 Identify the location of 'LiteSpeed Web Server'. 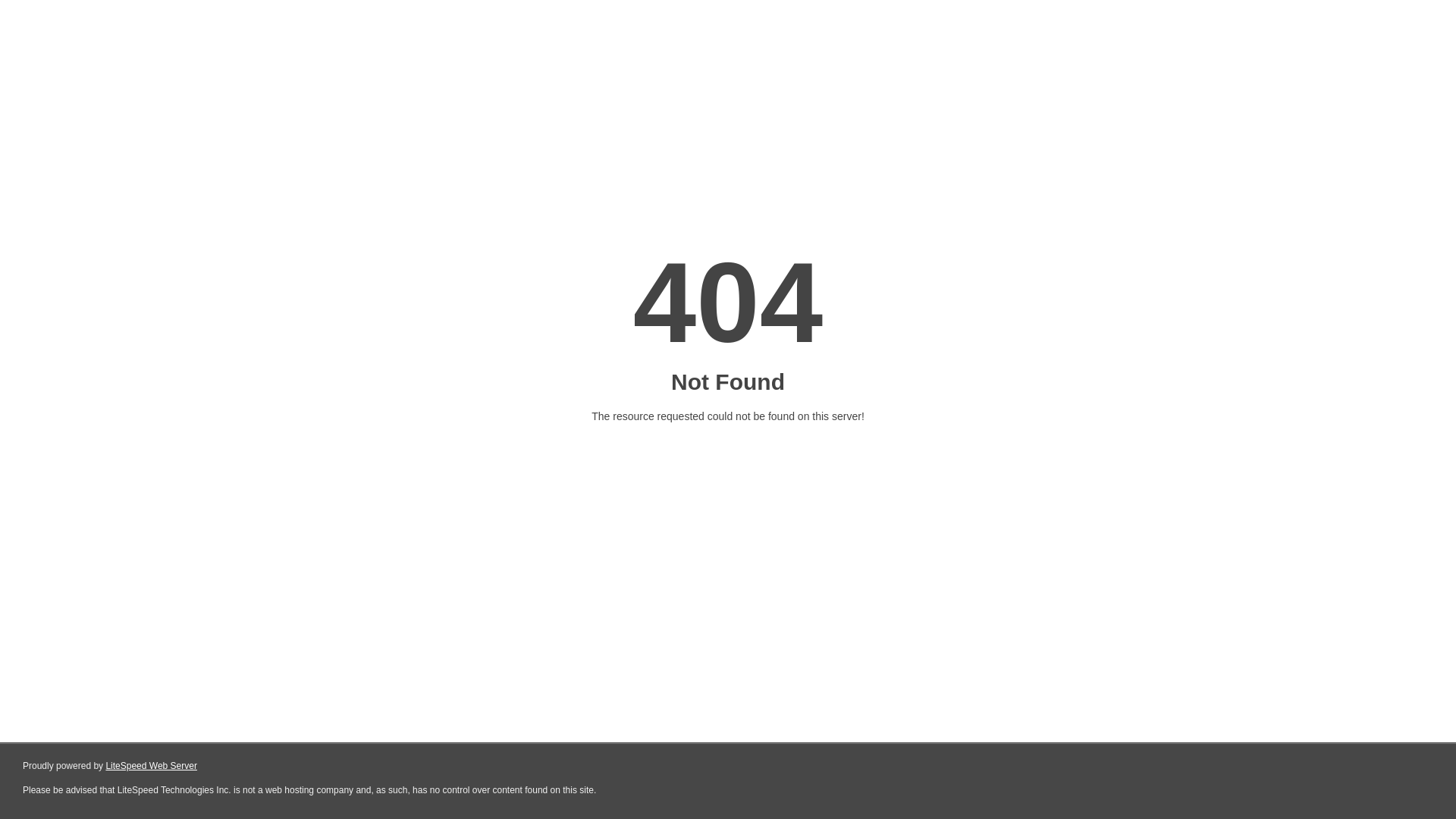
(151, 766).